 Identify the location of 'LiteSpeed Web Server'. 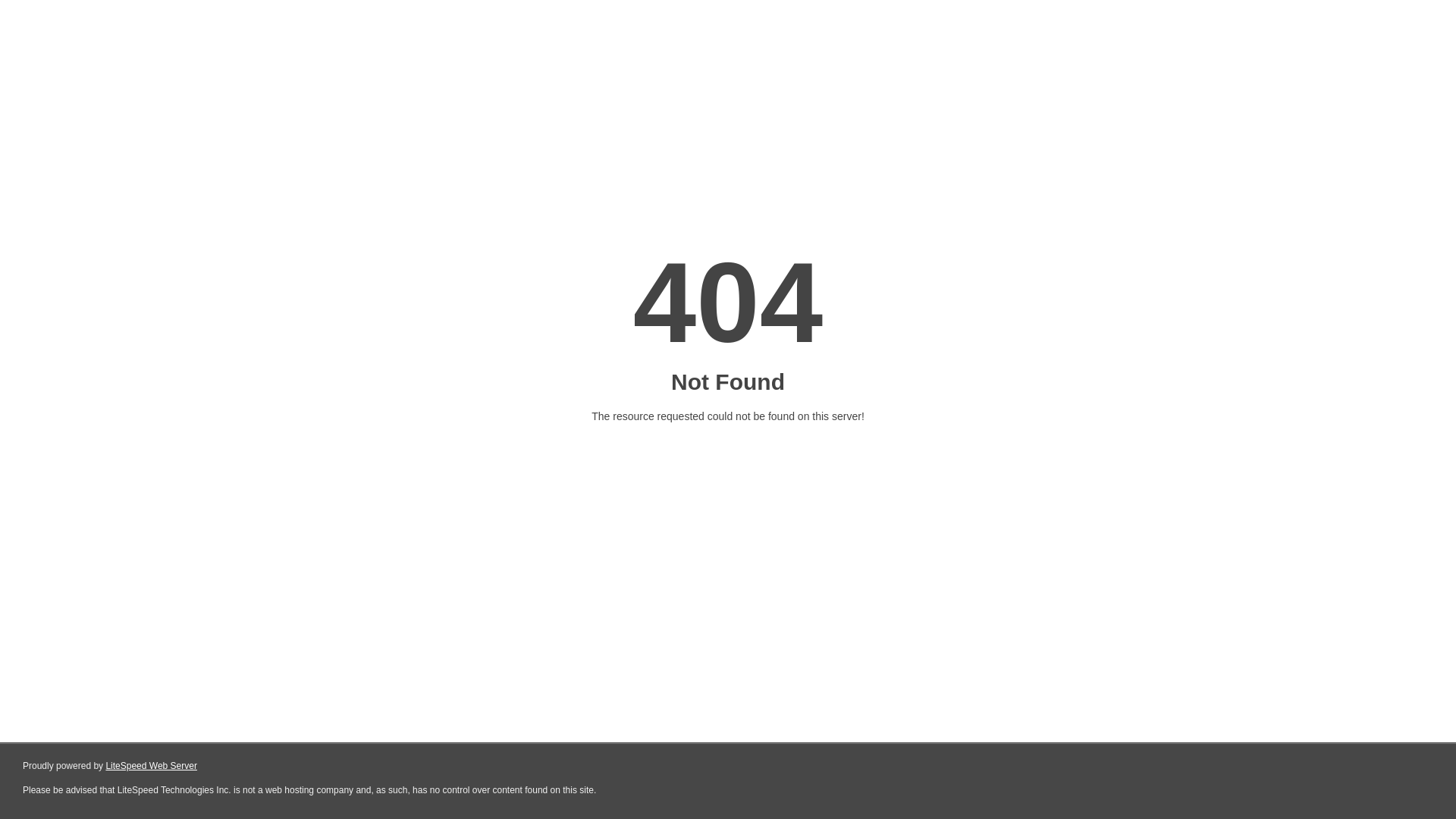
(151, 766).